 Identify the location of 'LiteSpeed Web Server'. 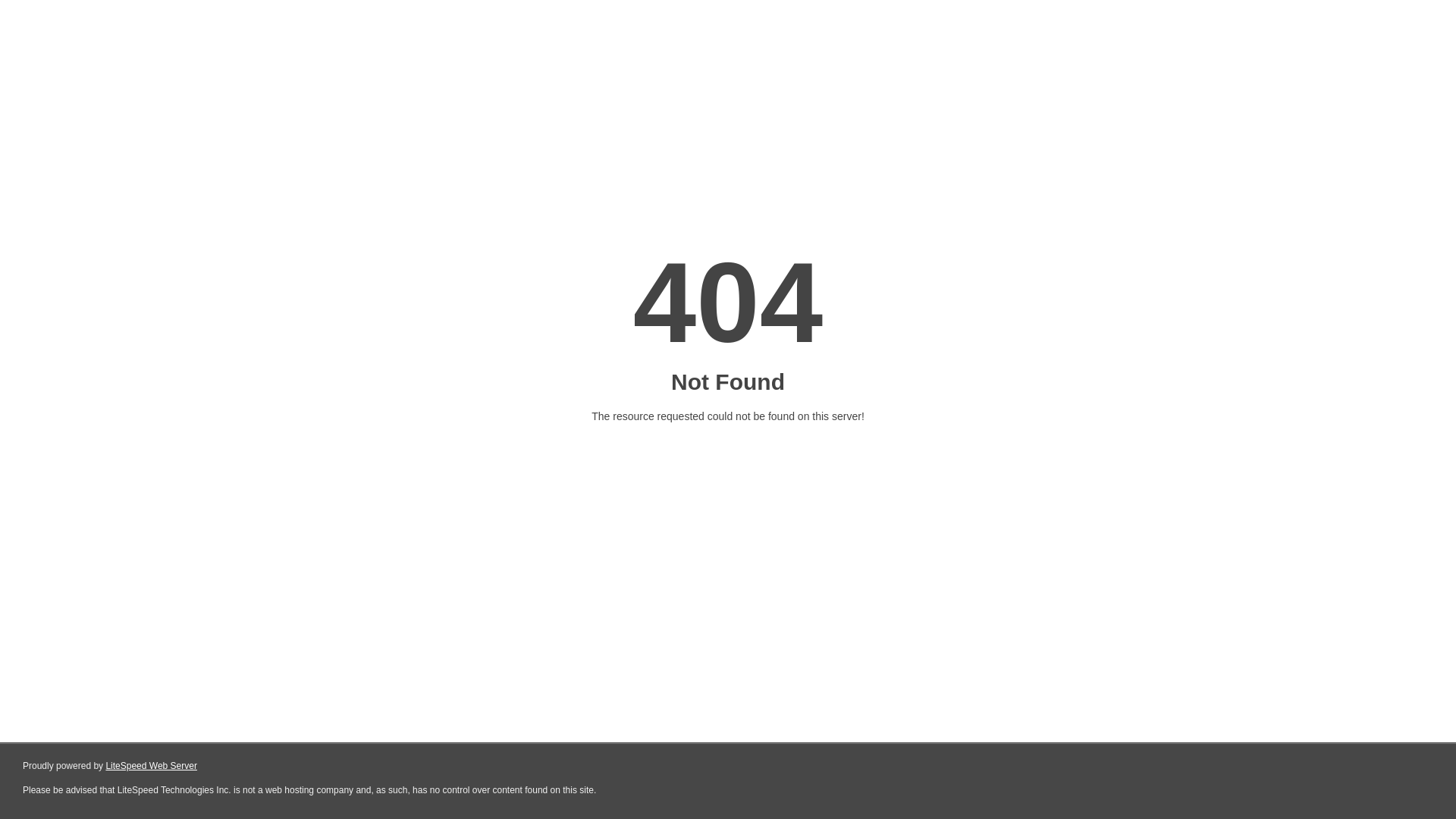
(151, 766).